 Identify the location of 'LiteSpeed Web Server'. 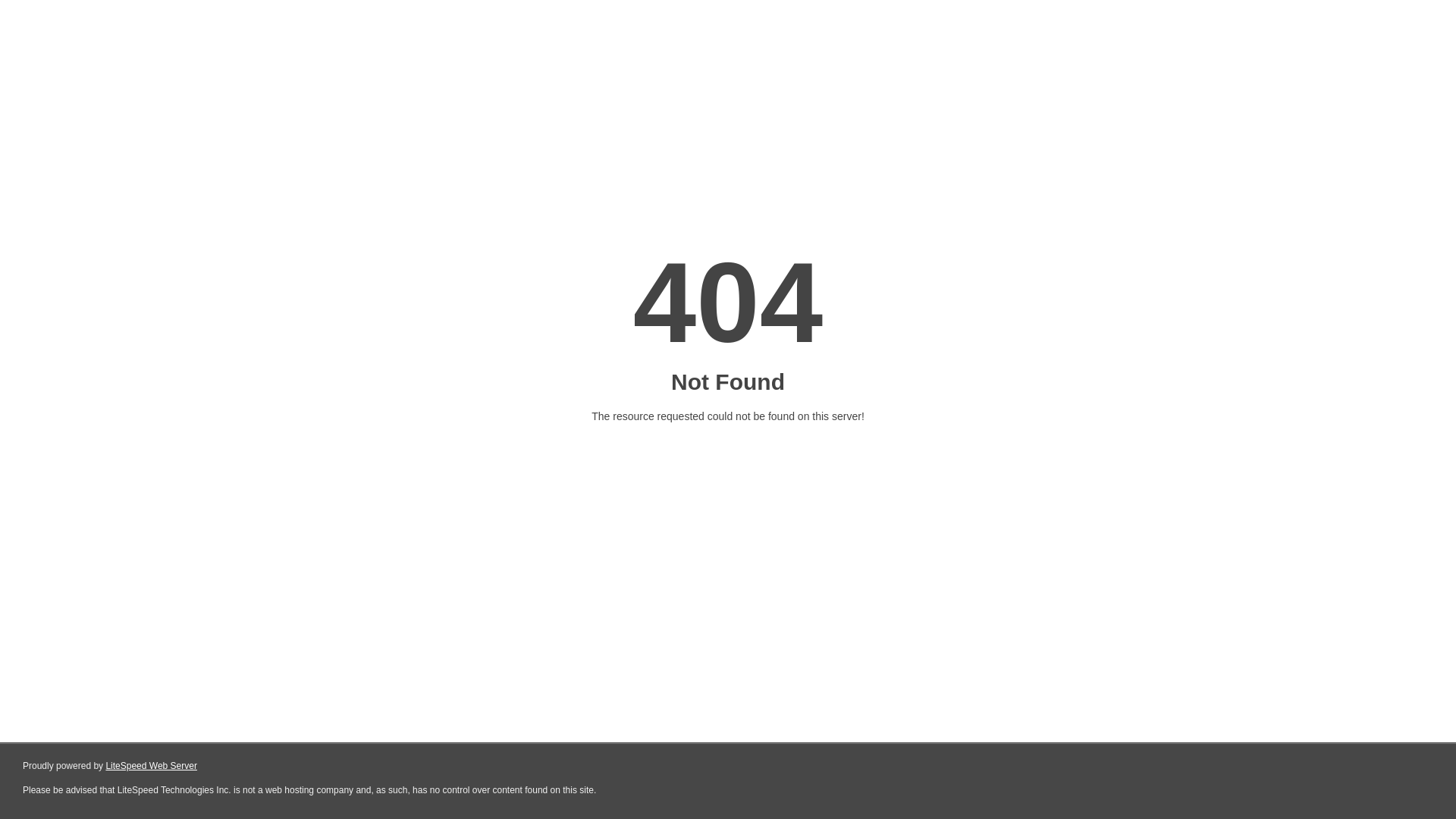
(151, 766).